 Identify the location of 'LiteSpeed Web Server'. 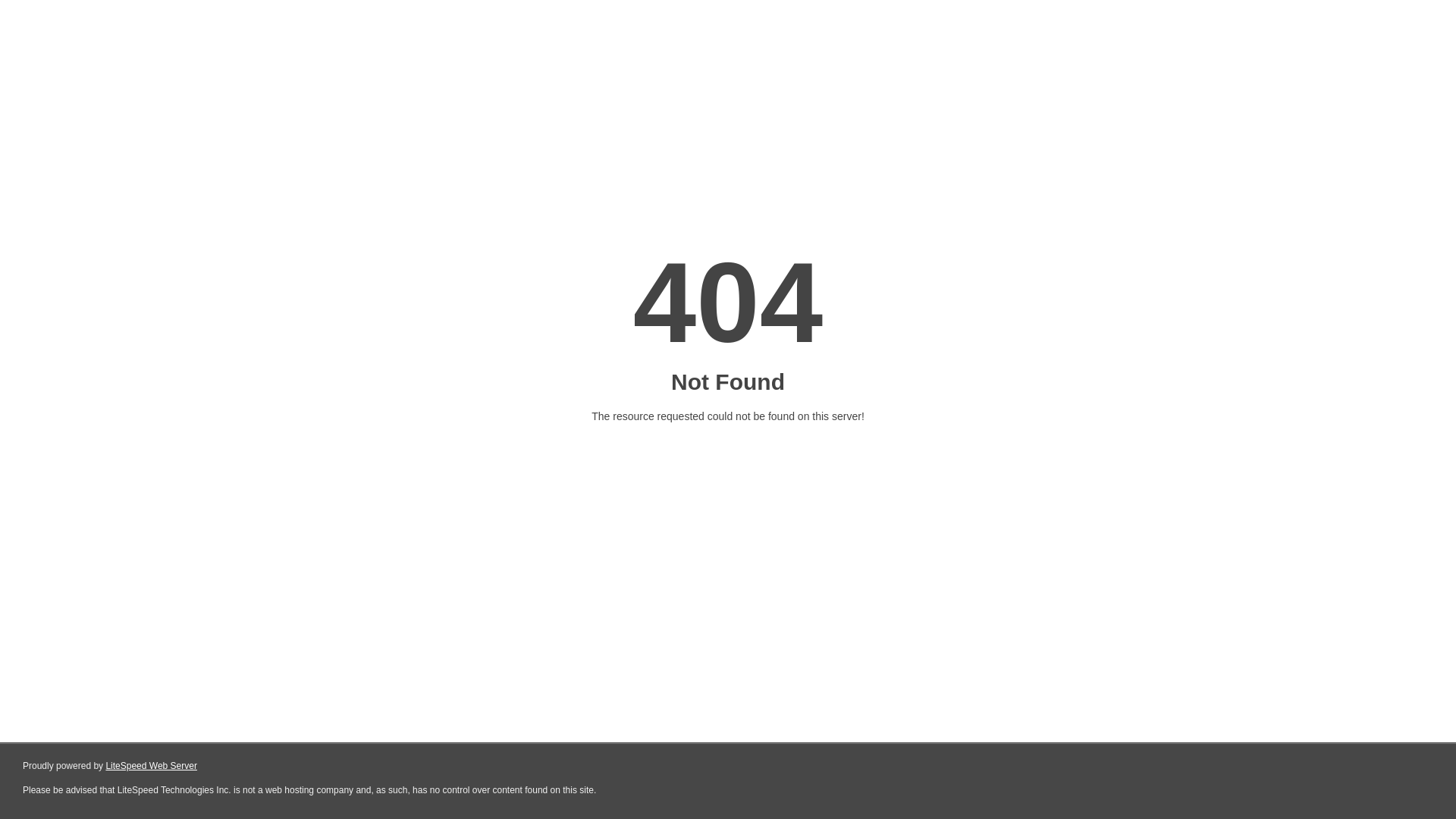
(151, 766).